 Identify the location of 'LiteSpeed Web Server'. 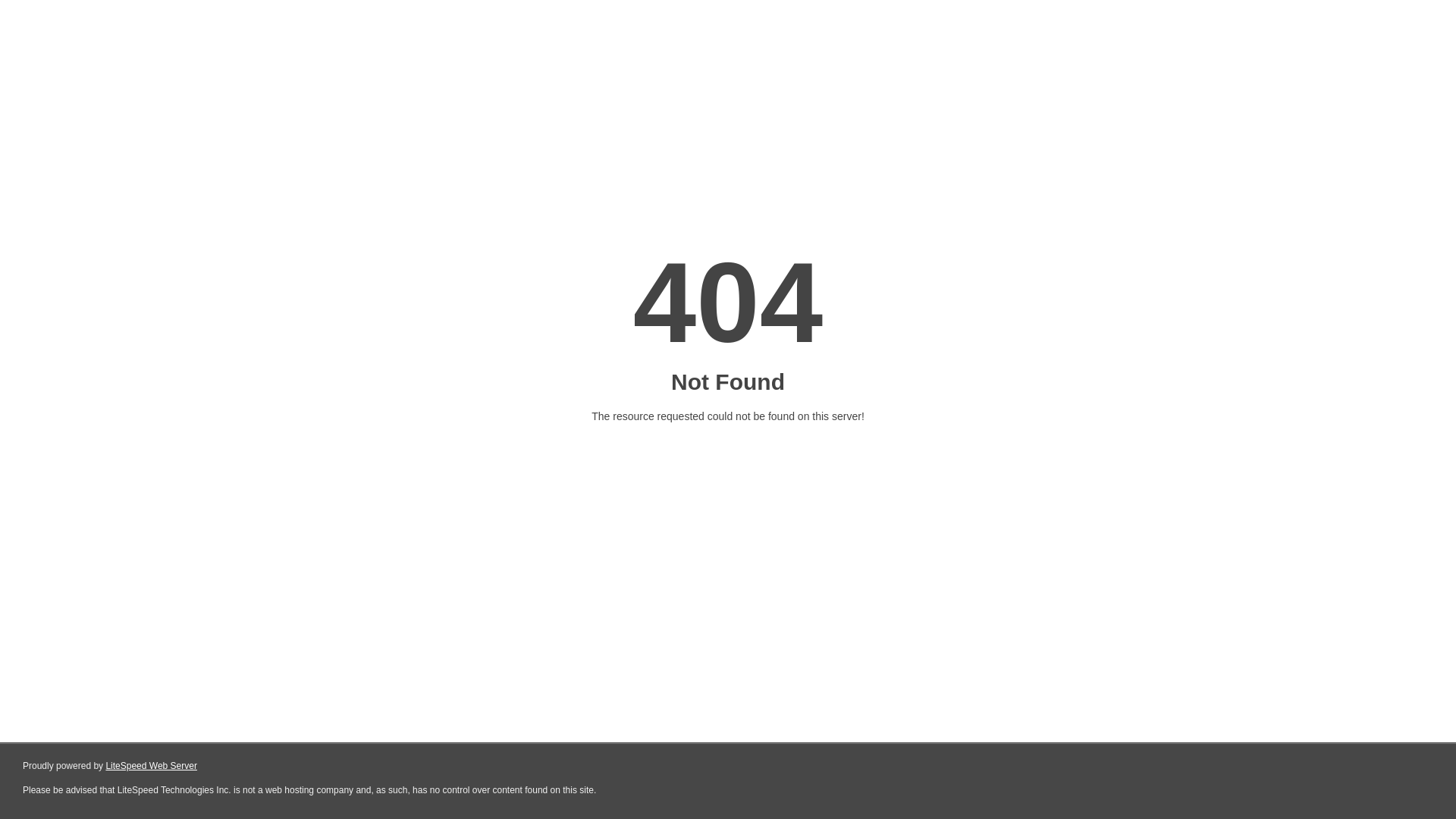
(151, 766).